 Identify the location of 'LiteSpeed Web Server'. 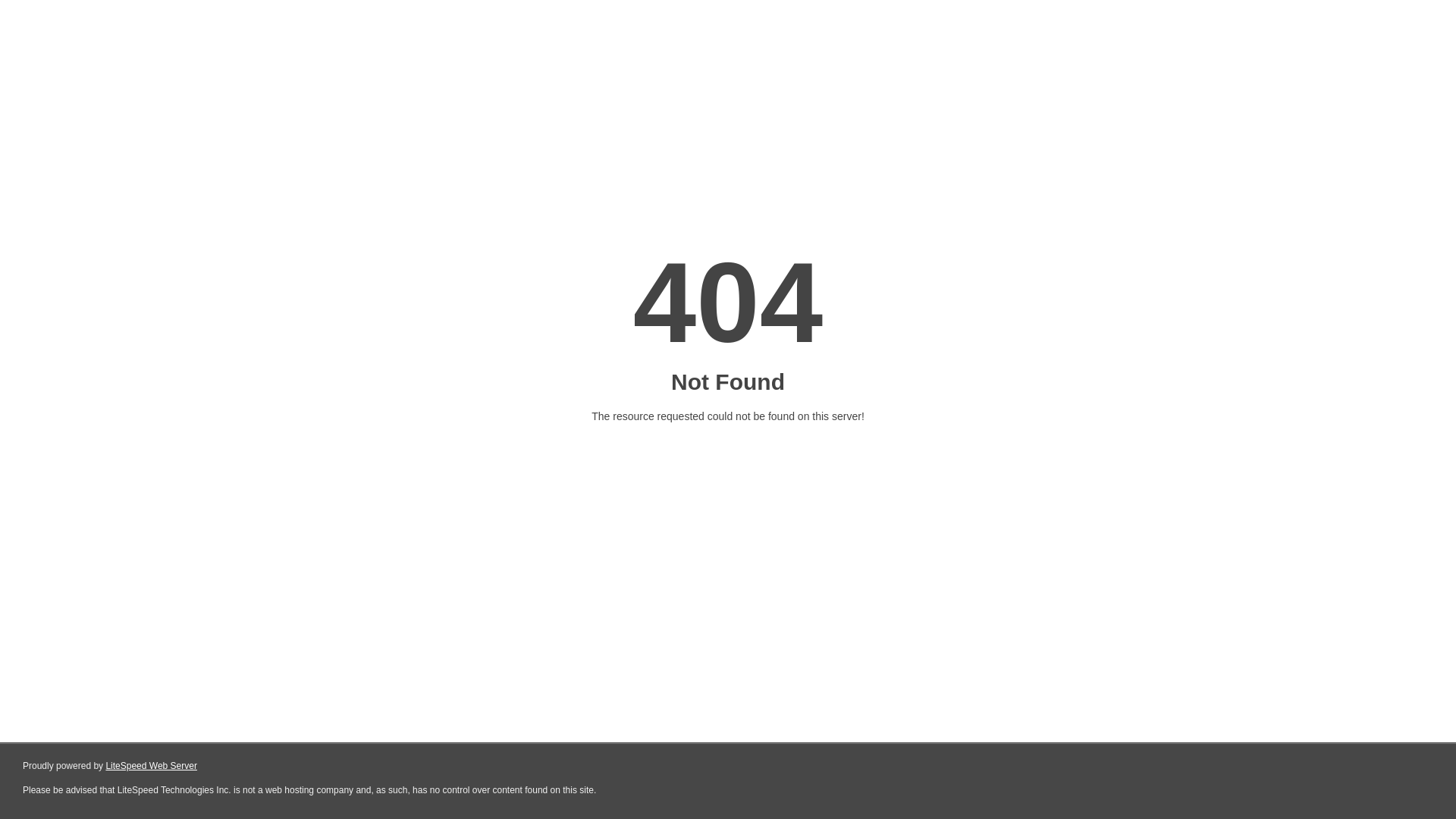
(151, 766).